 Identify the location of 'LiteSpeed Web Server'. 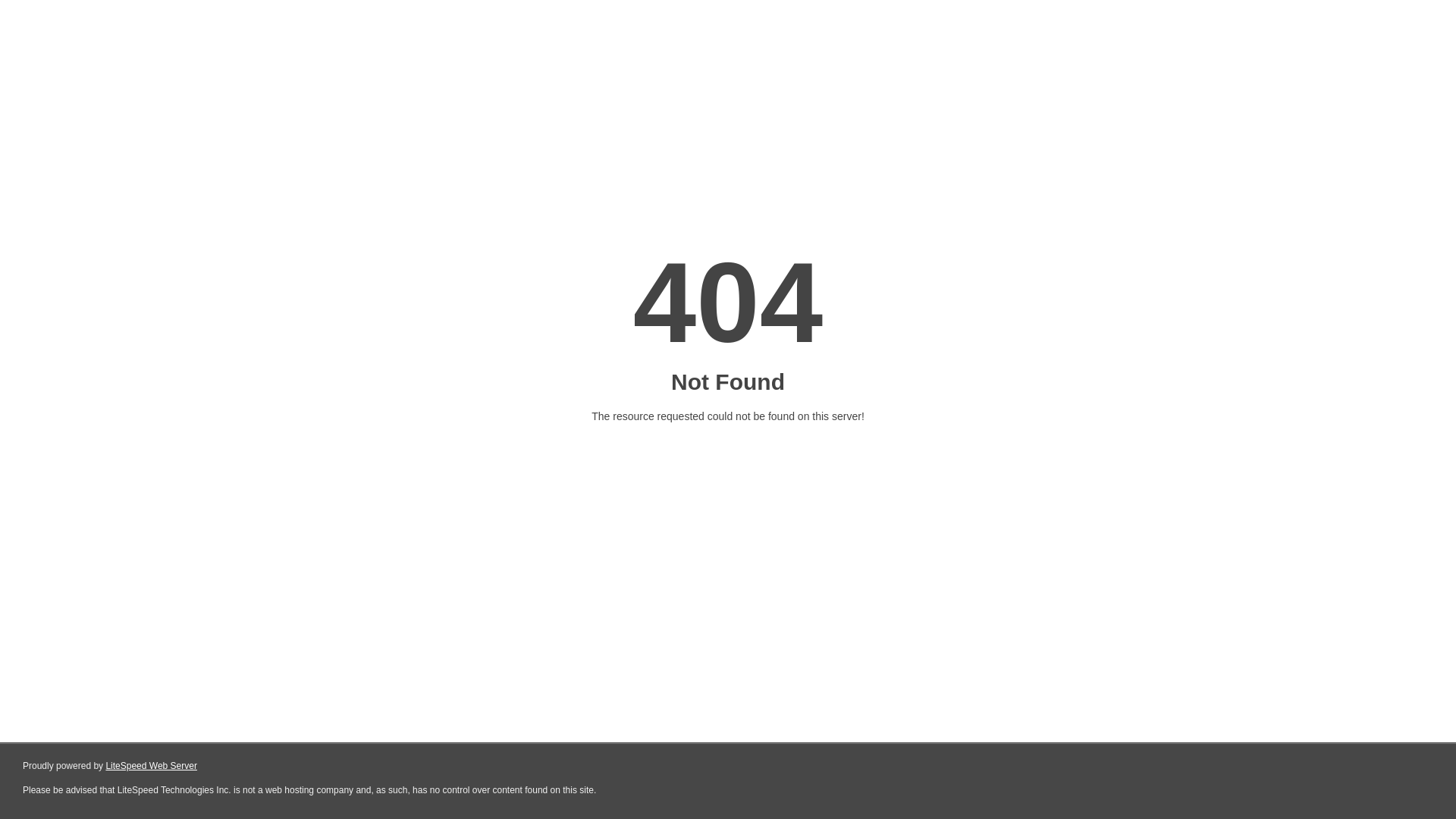
(151, 766).